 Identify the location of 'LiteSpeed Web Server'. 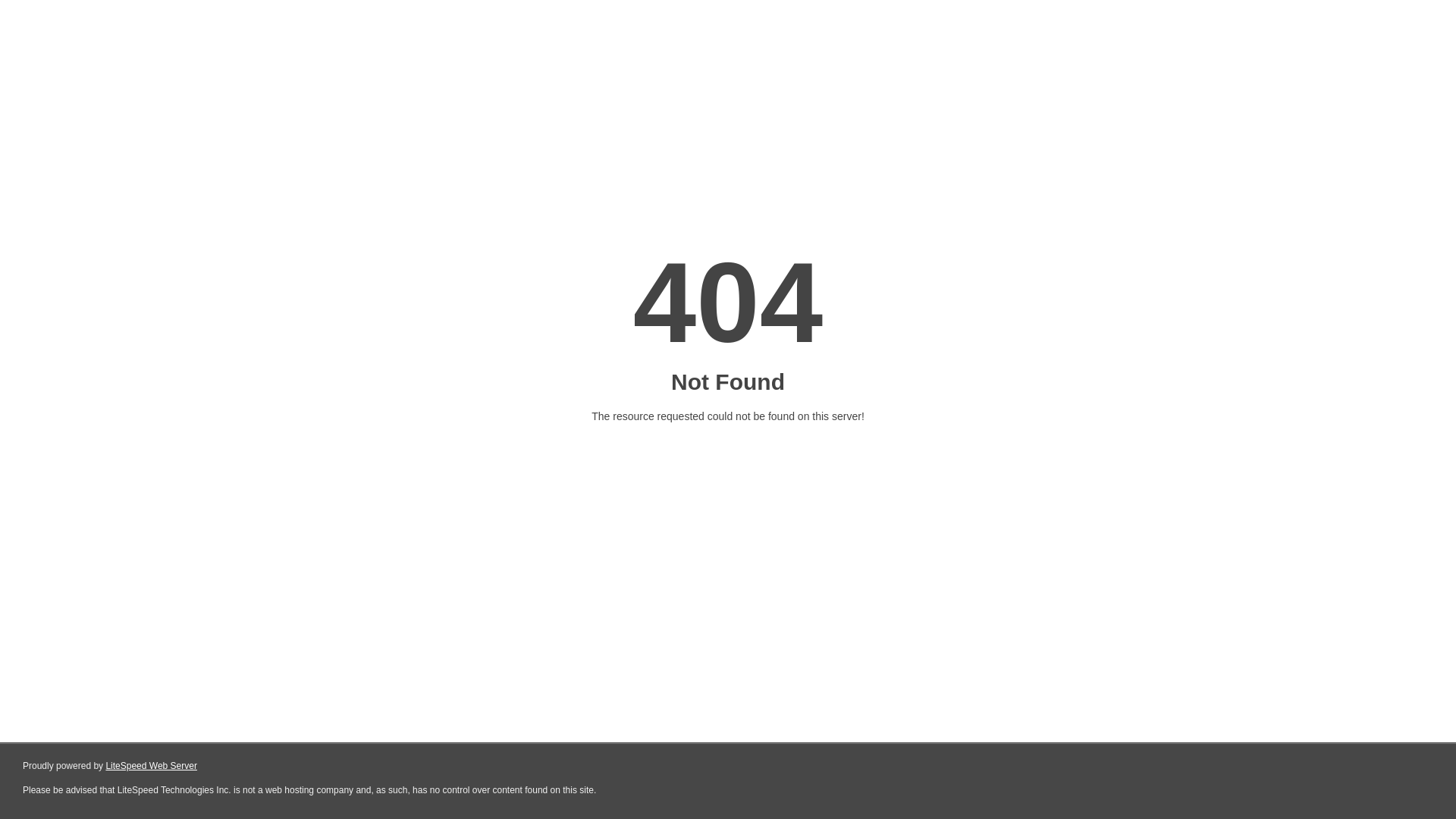
(151, 766).